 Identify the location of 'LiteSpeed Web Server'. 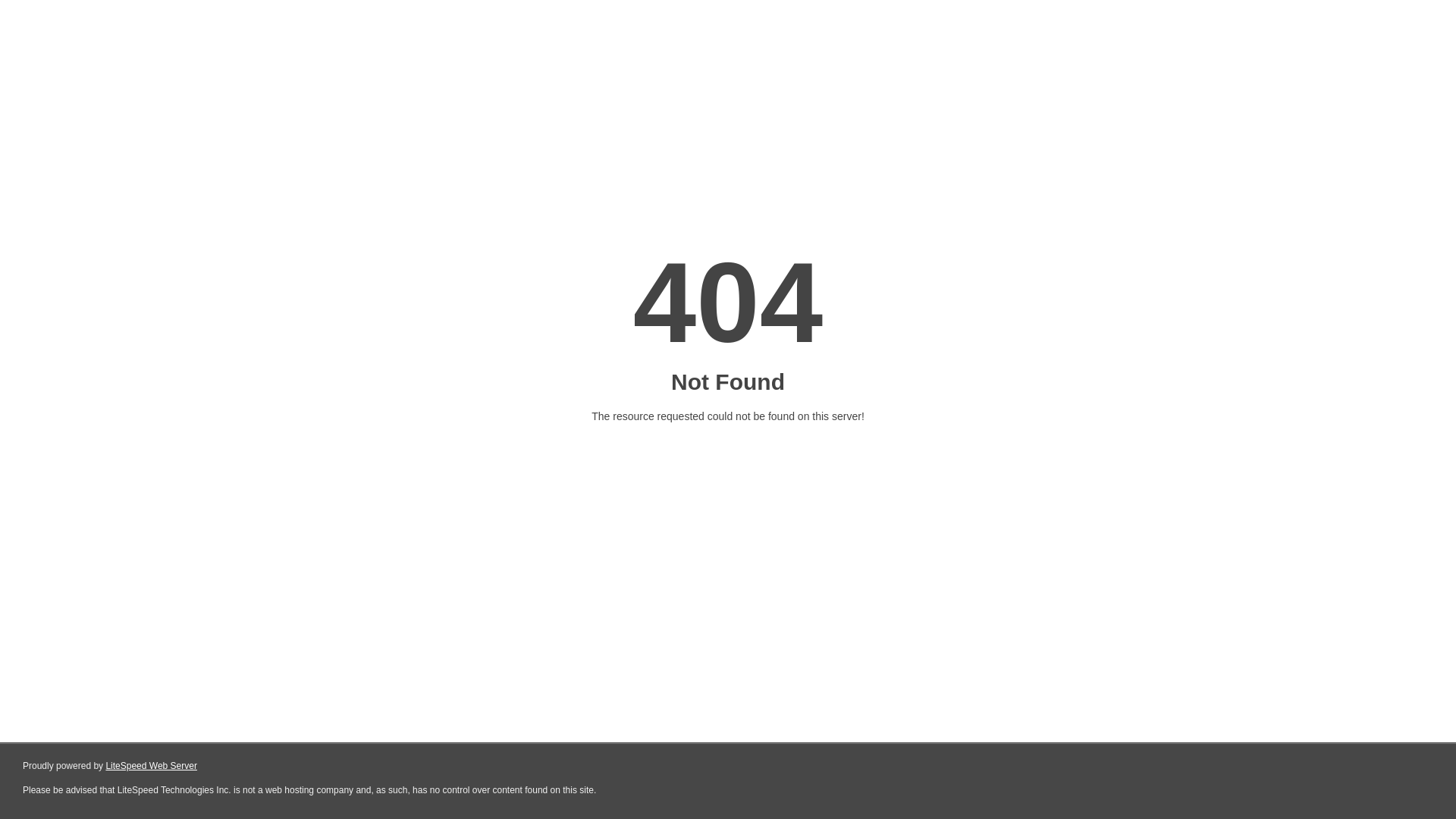
(151, 766).